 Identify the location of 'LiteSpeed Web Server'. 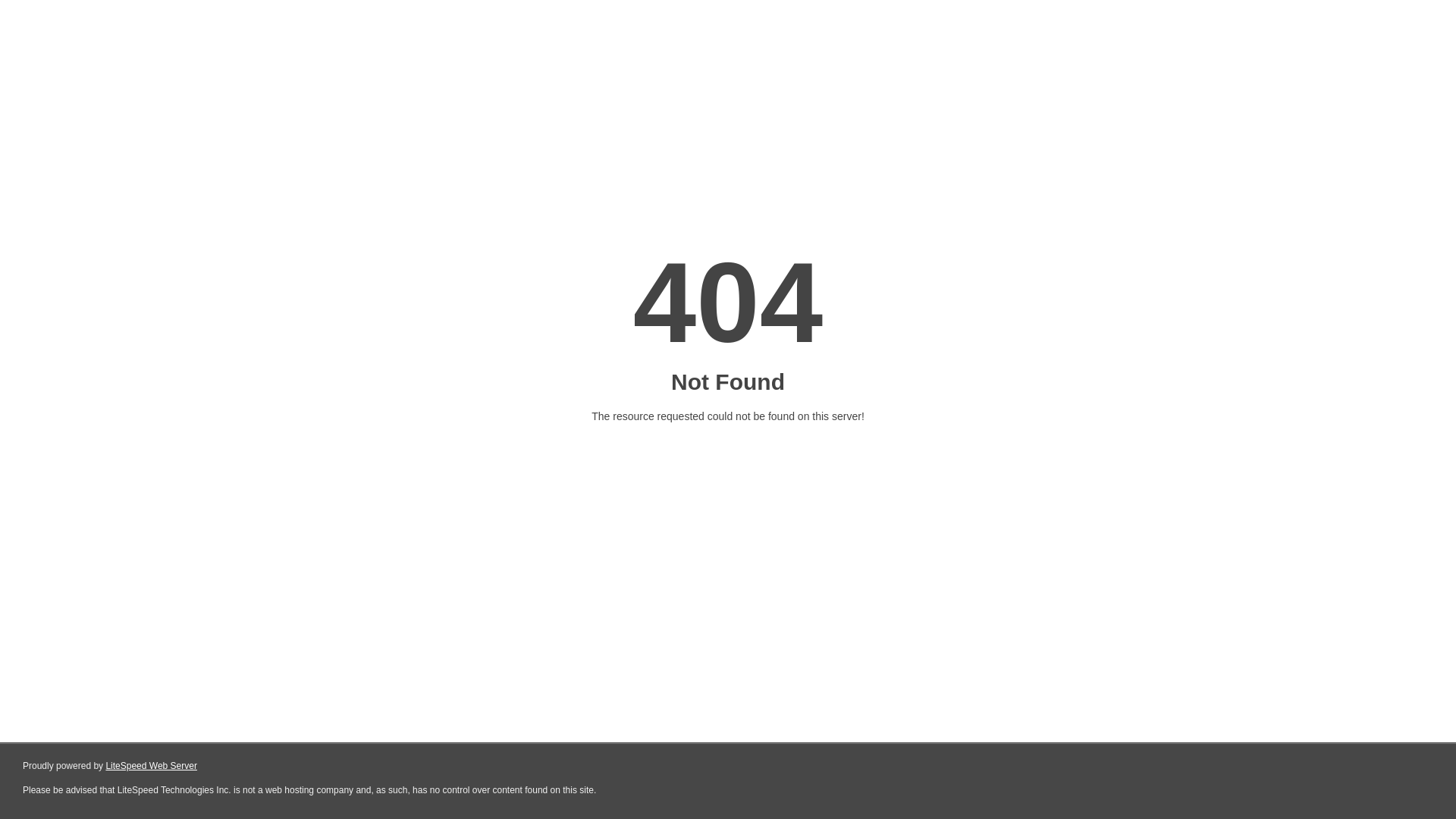
(151, 766).